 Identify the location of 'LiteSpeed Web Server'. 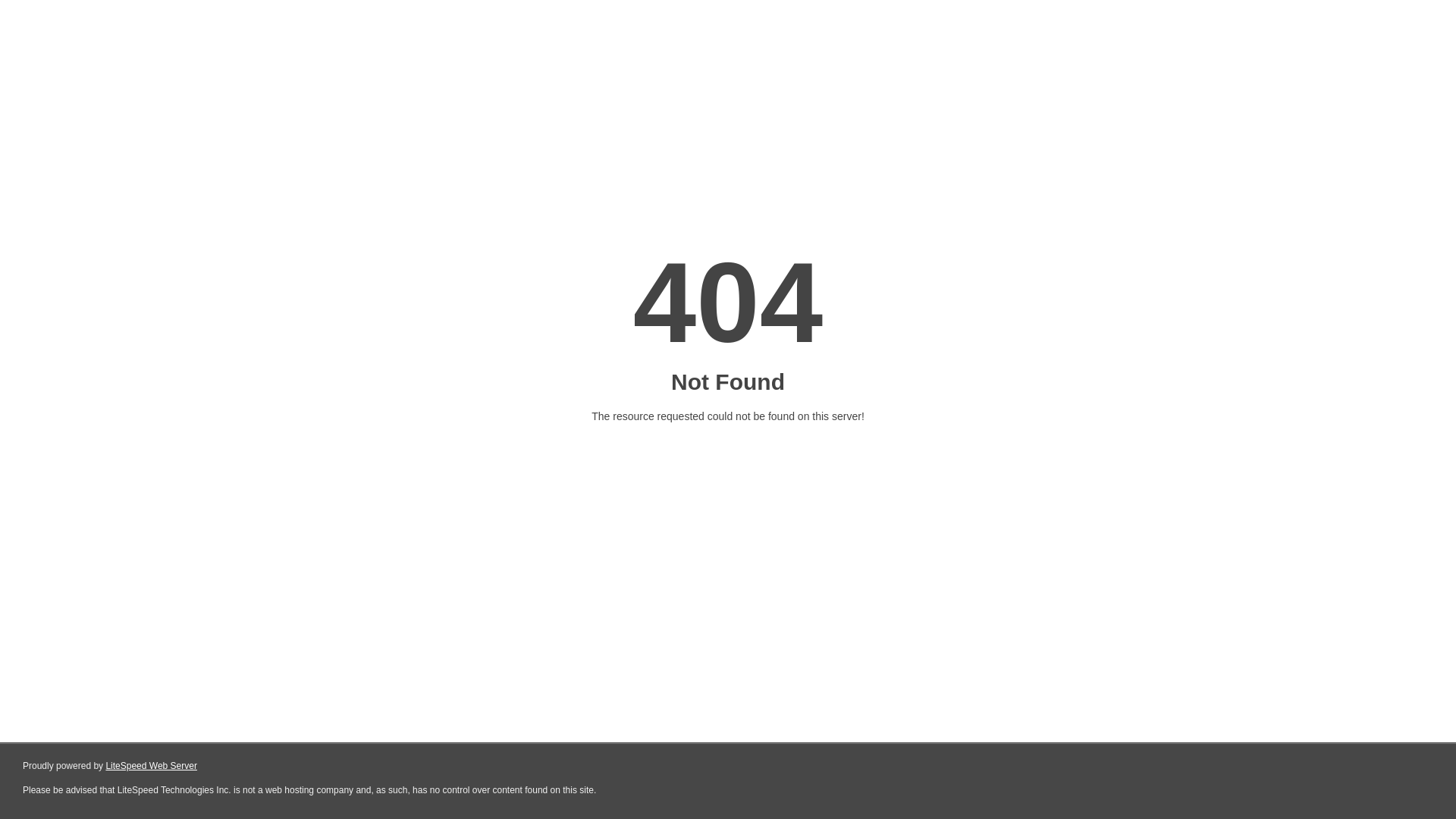
(151, 766).